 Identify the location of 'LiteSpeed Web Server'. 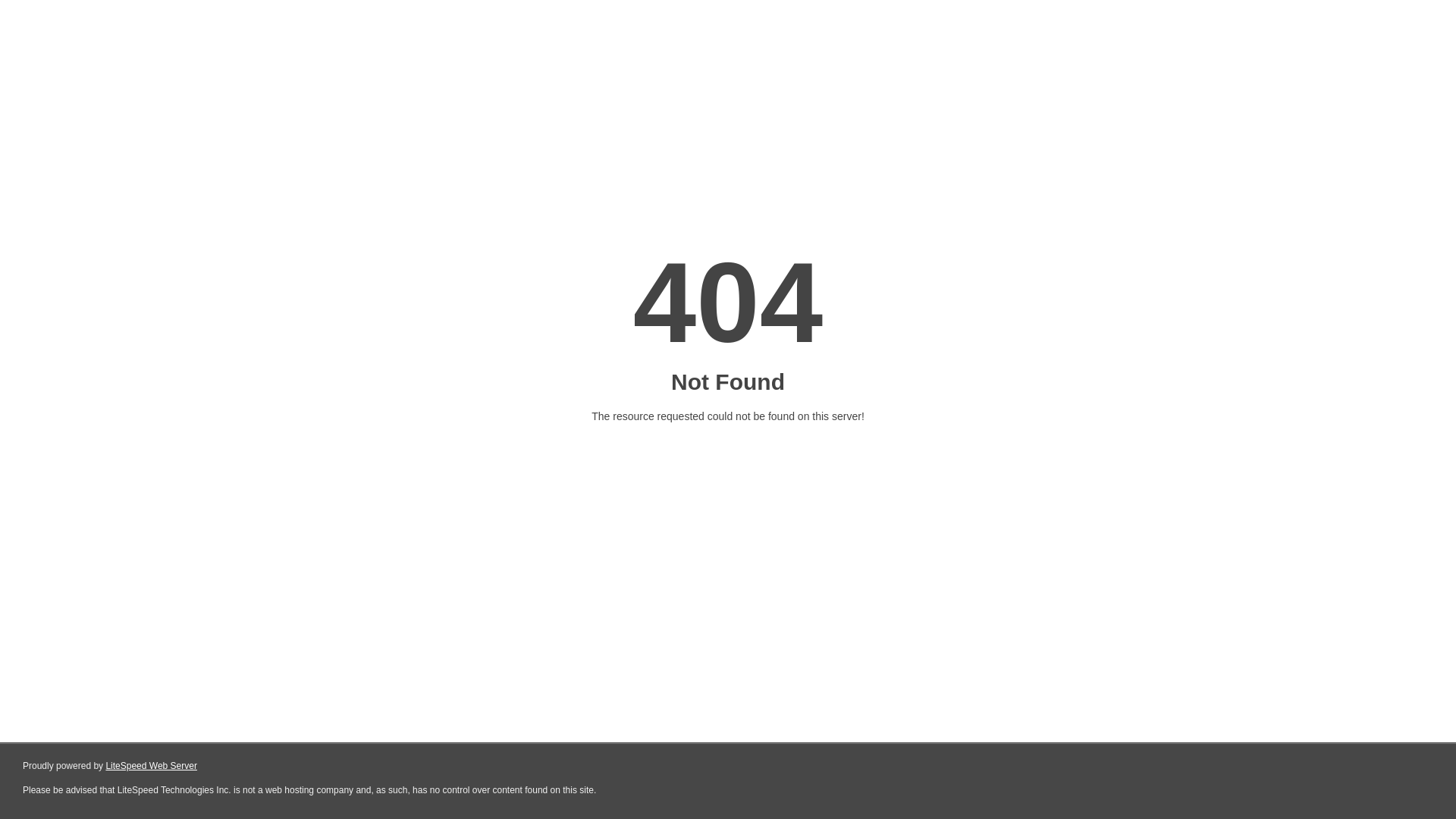
(151, 766).